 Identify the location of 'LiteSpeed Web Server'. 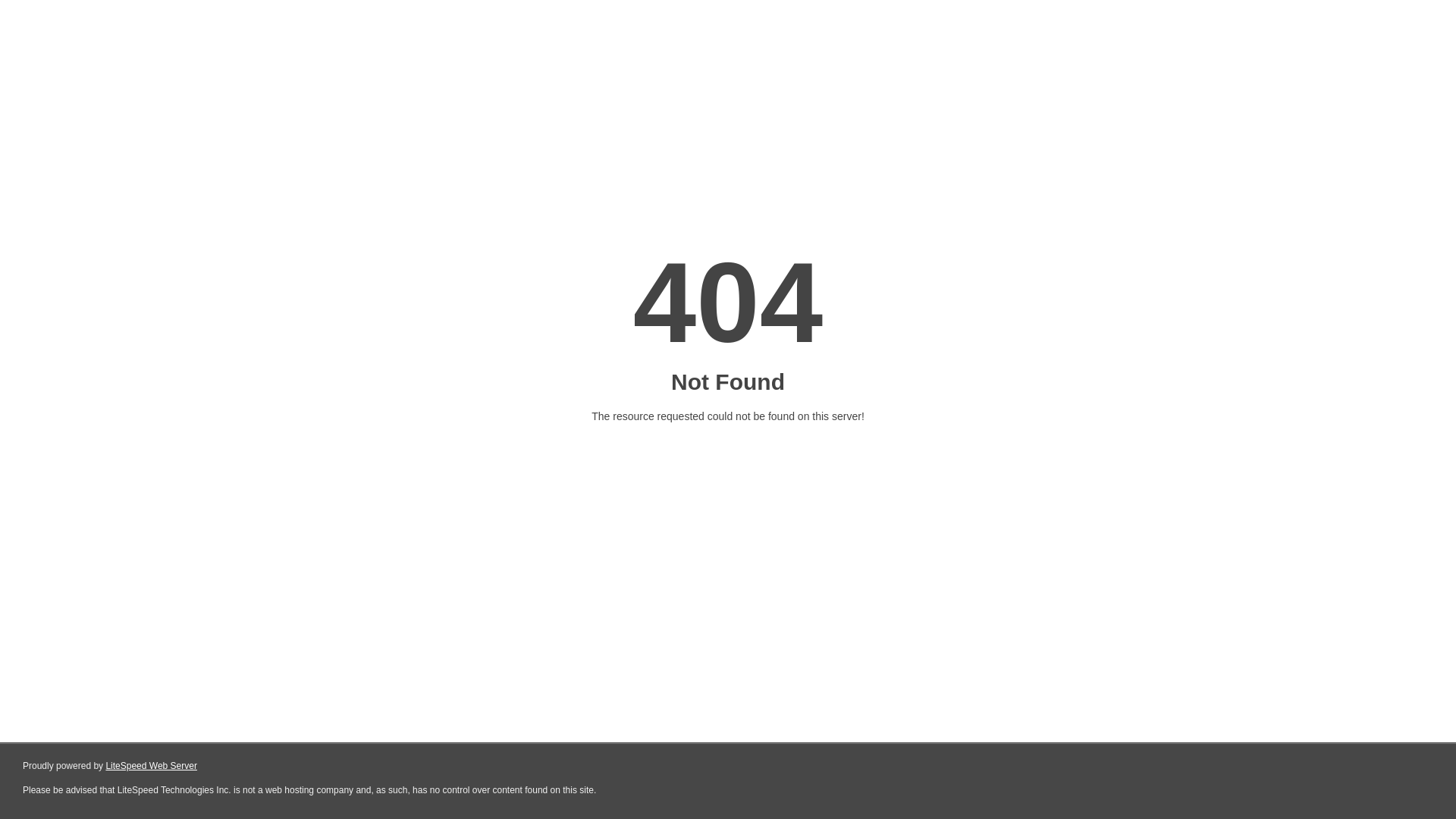
(151, 766).